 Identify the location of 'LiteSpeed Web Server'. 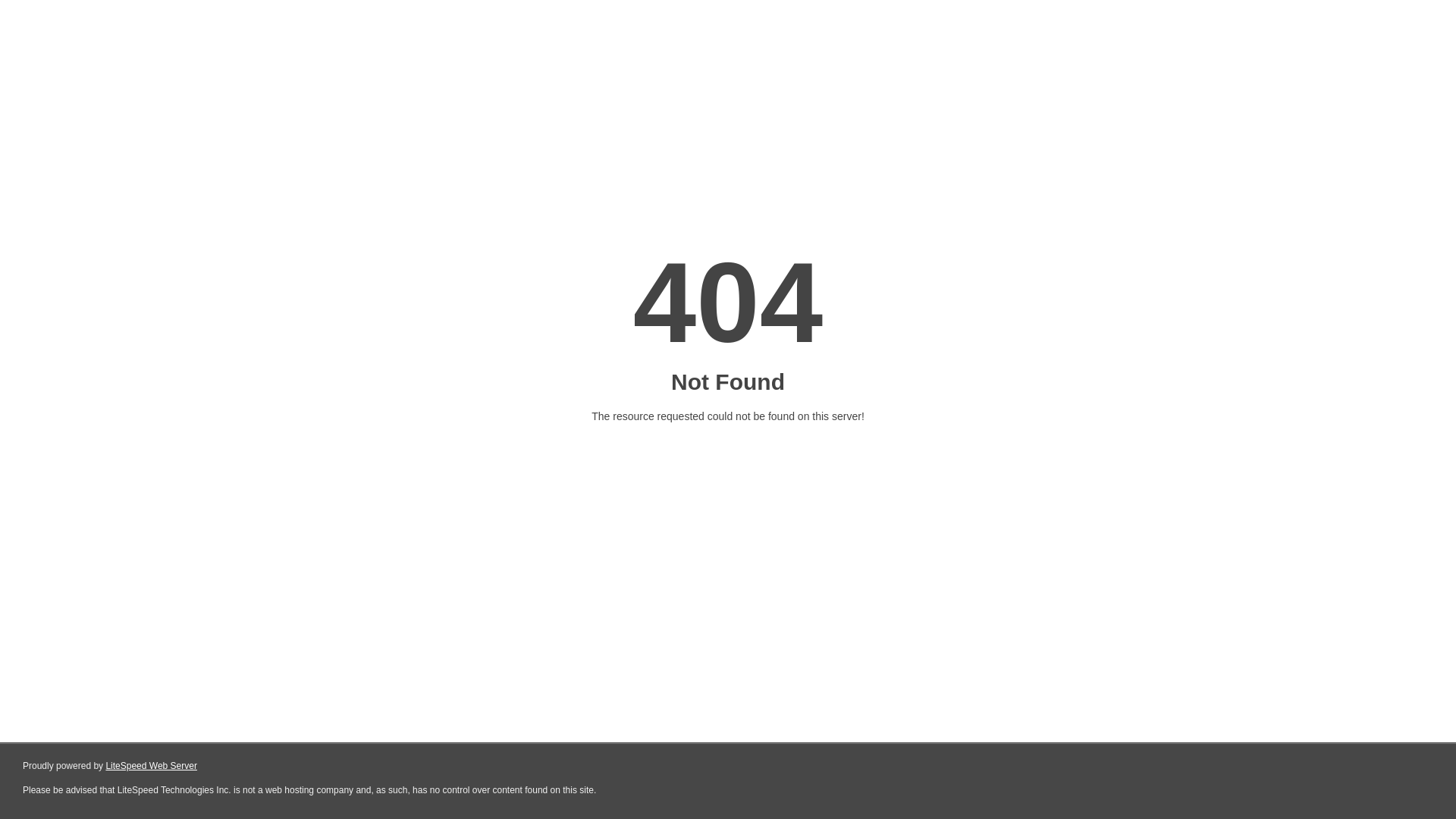
(151, 766).